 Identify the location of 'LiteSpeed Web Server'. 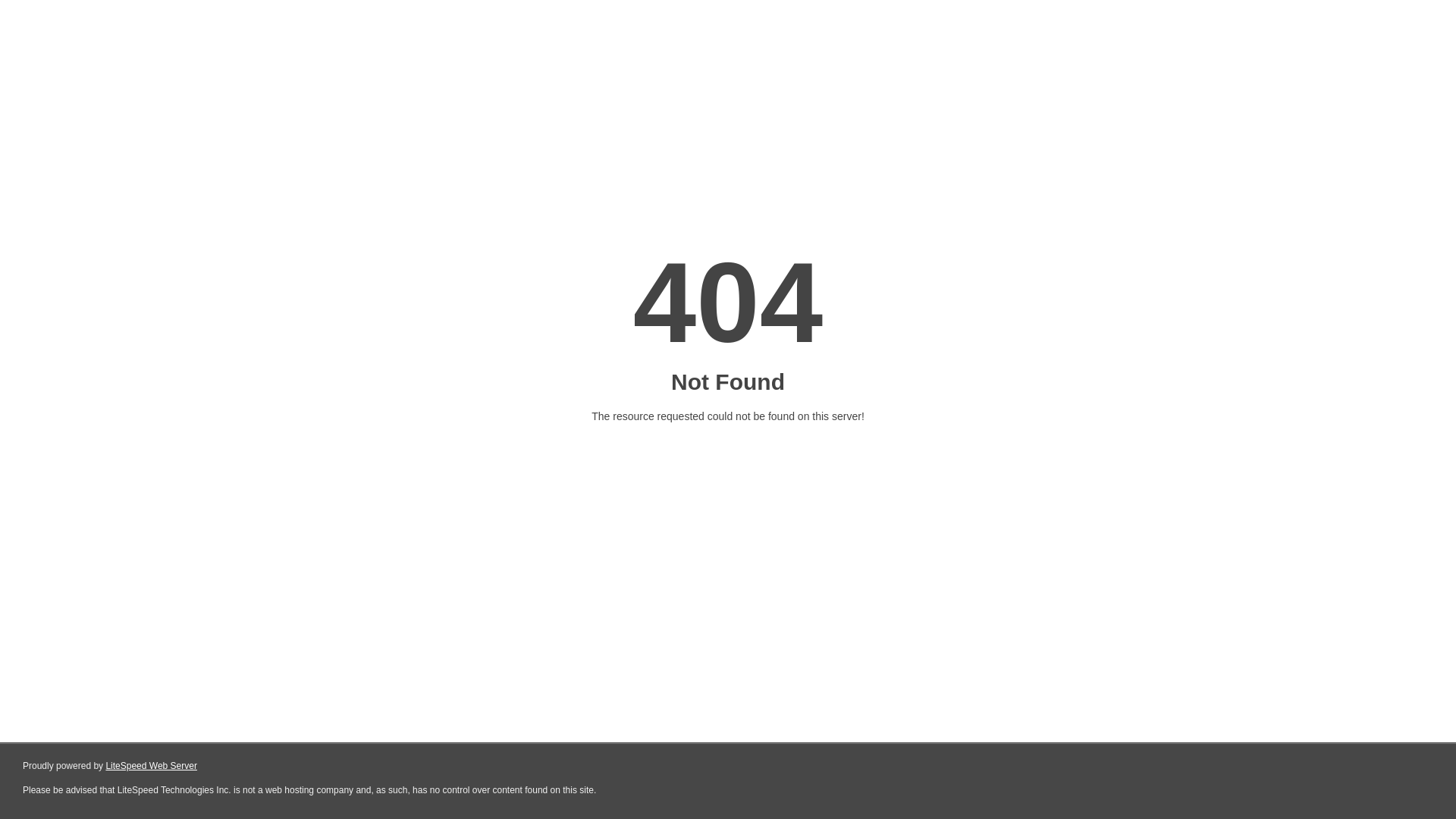
(151, 766).